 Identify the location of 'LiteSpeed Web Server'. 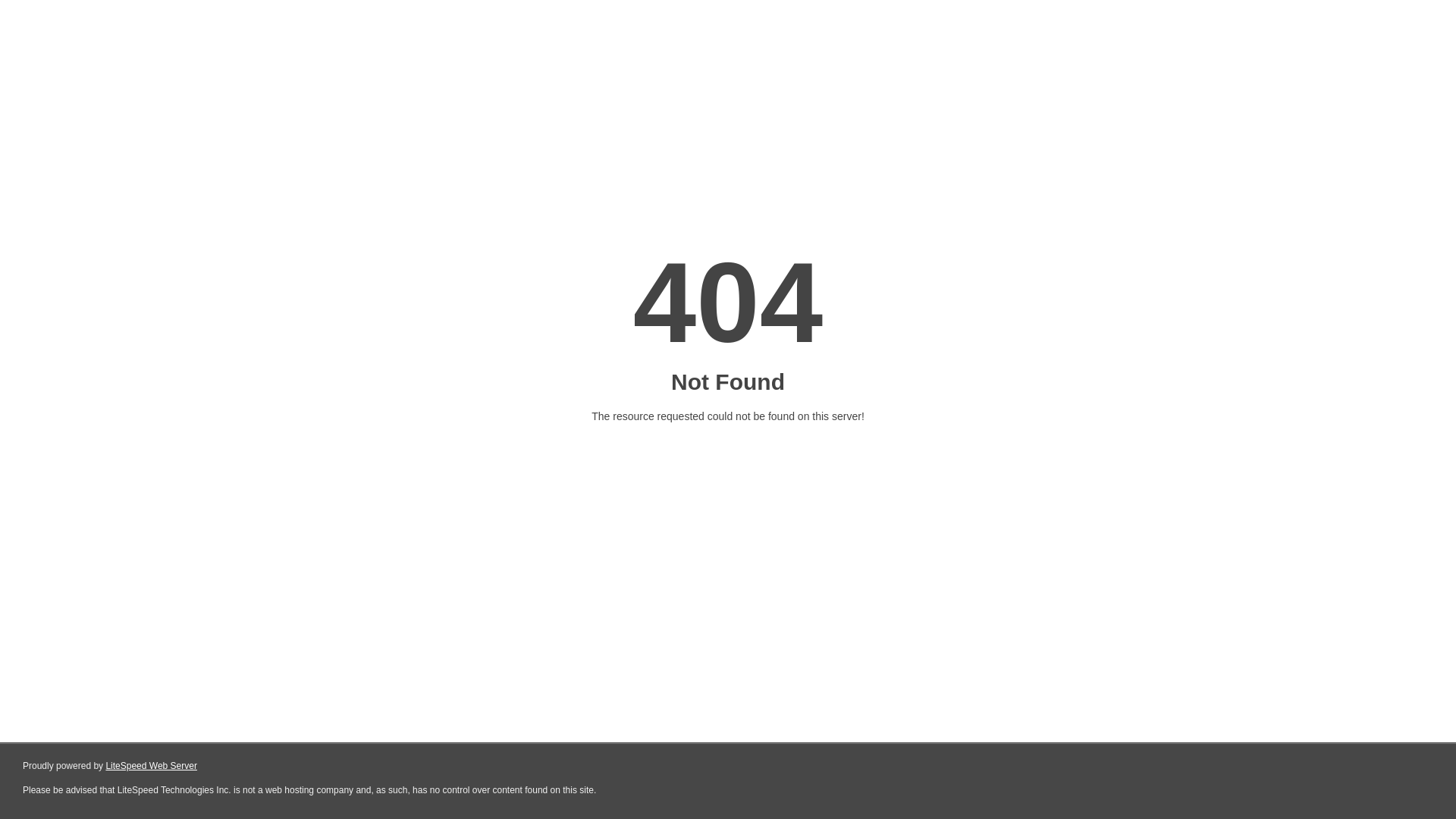
(151, 766).